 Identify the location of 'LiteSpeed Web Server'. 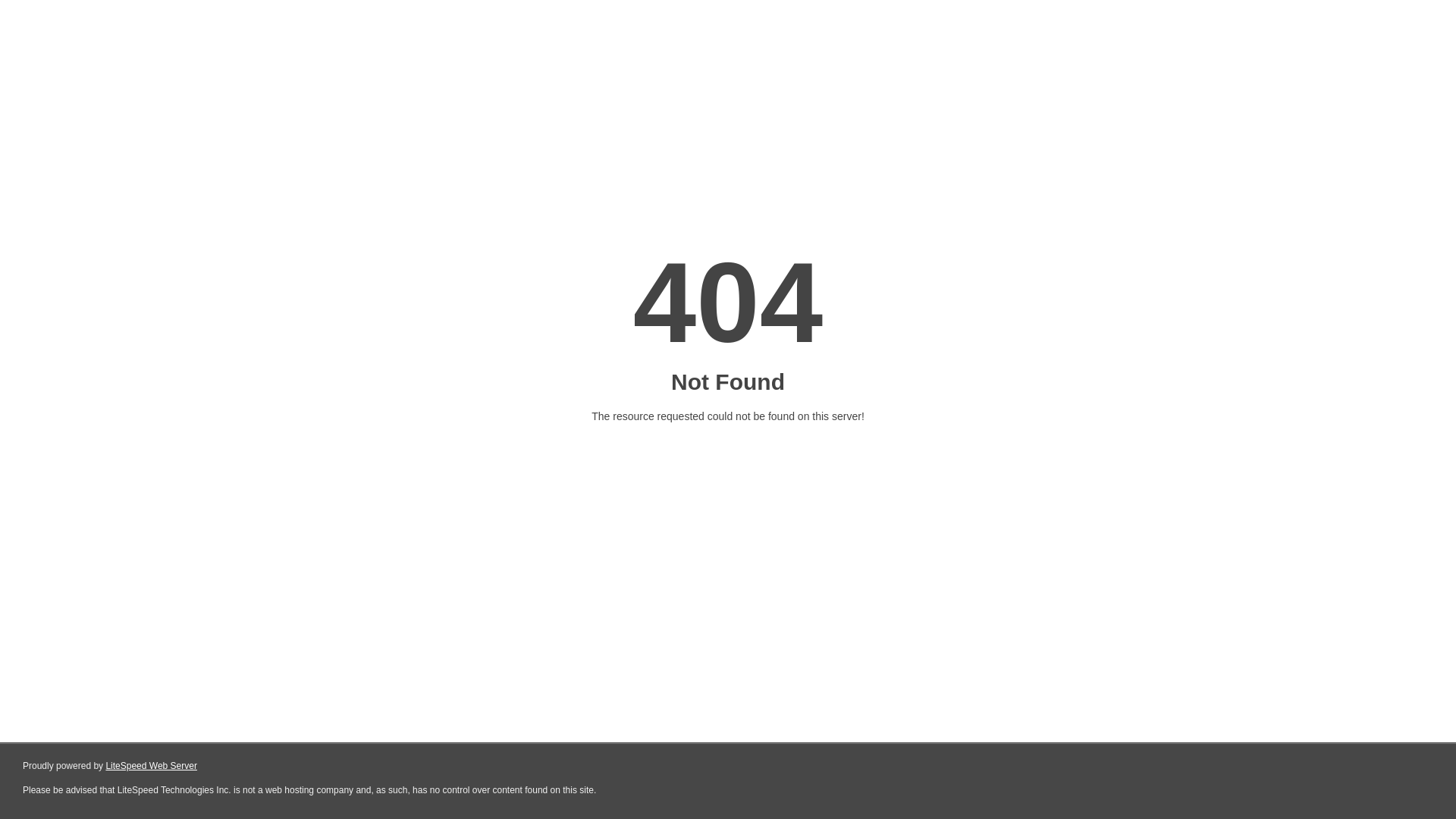
(151, 766).